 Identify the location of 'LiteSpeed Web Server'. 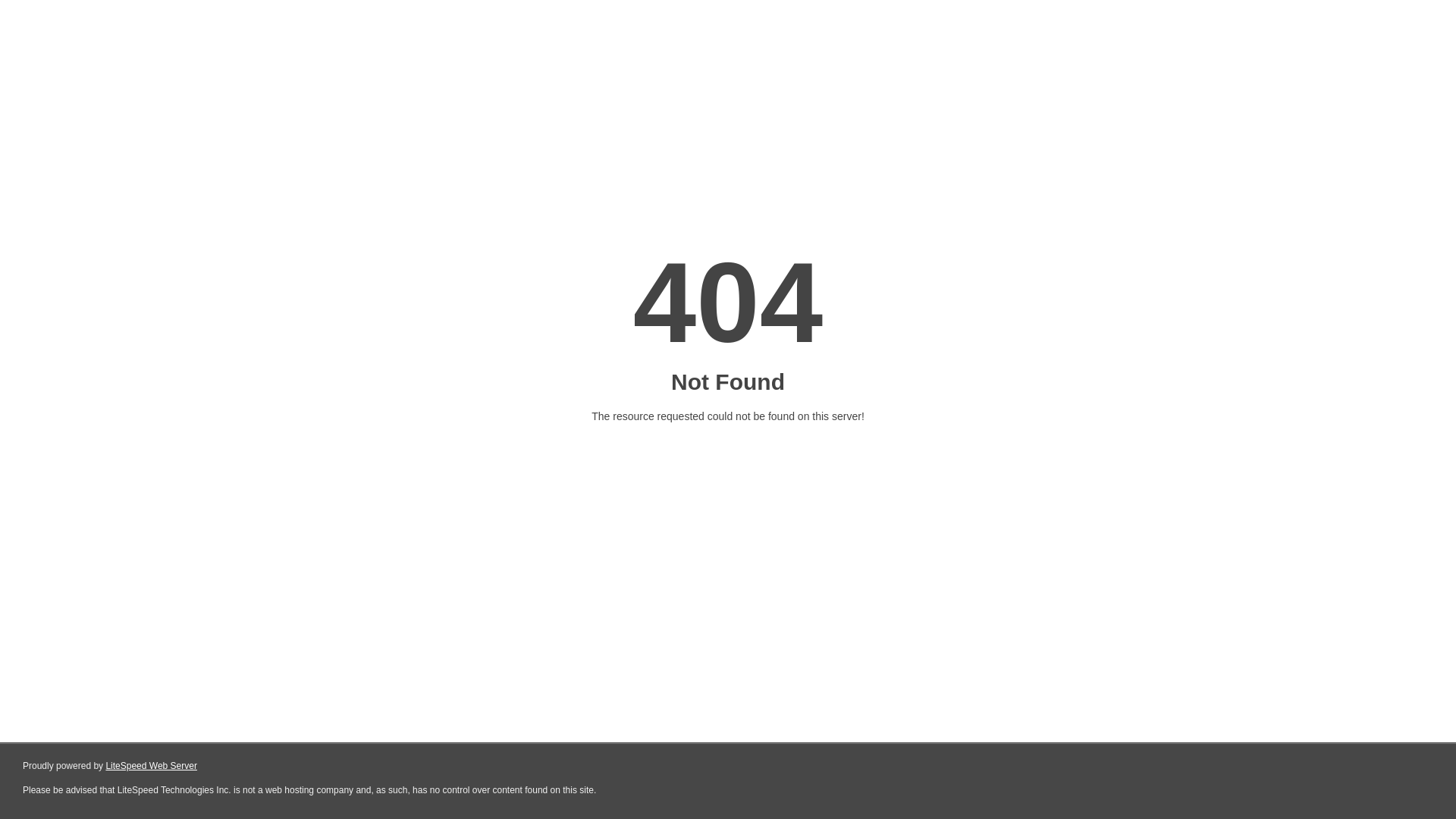
(151, 766).